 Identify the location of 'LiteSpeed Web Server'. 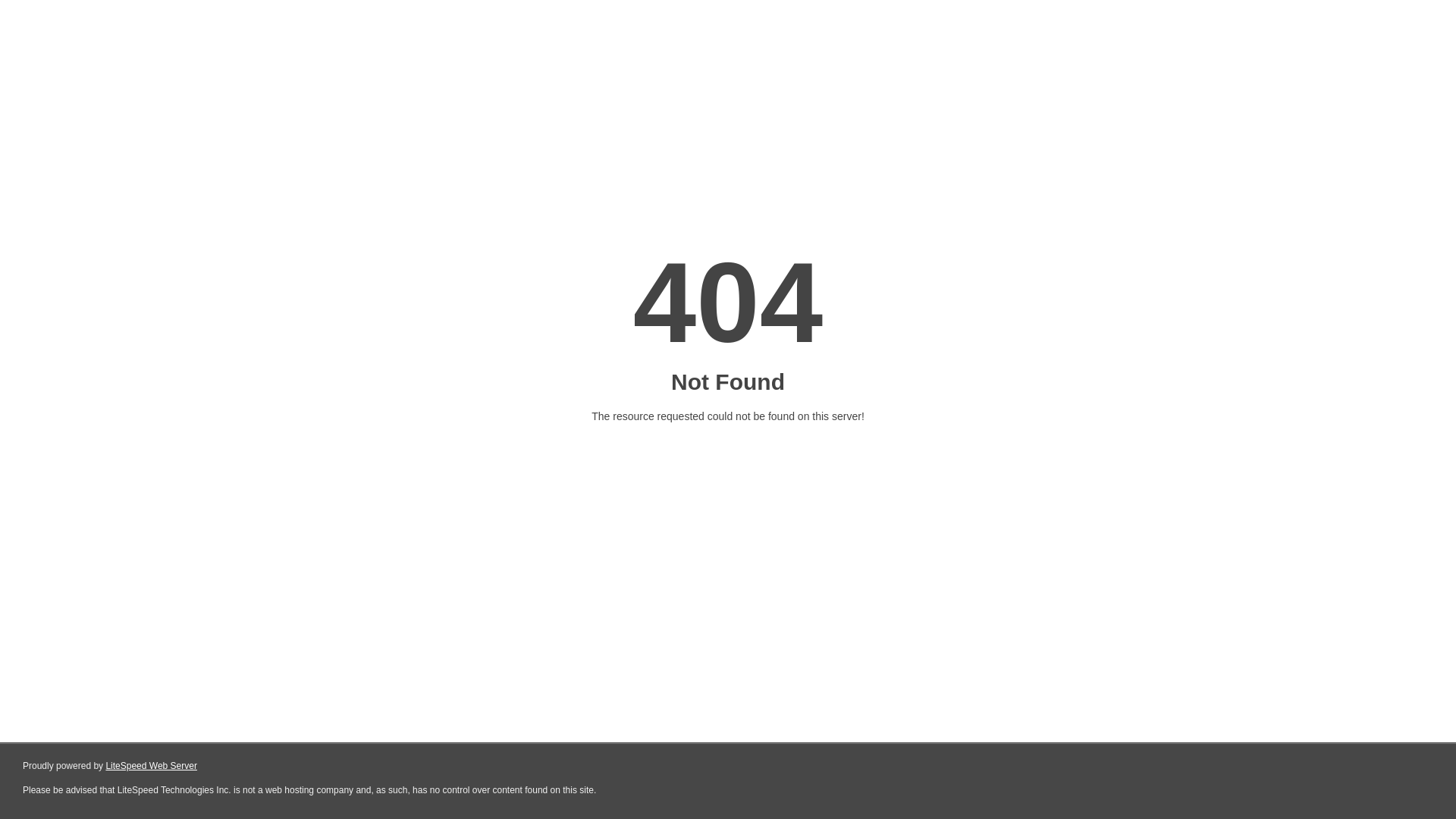
(151, 766).